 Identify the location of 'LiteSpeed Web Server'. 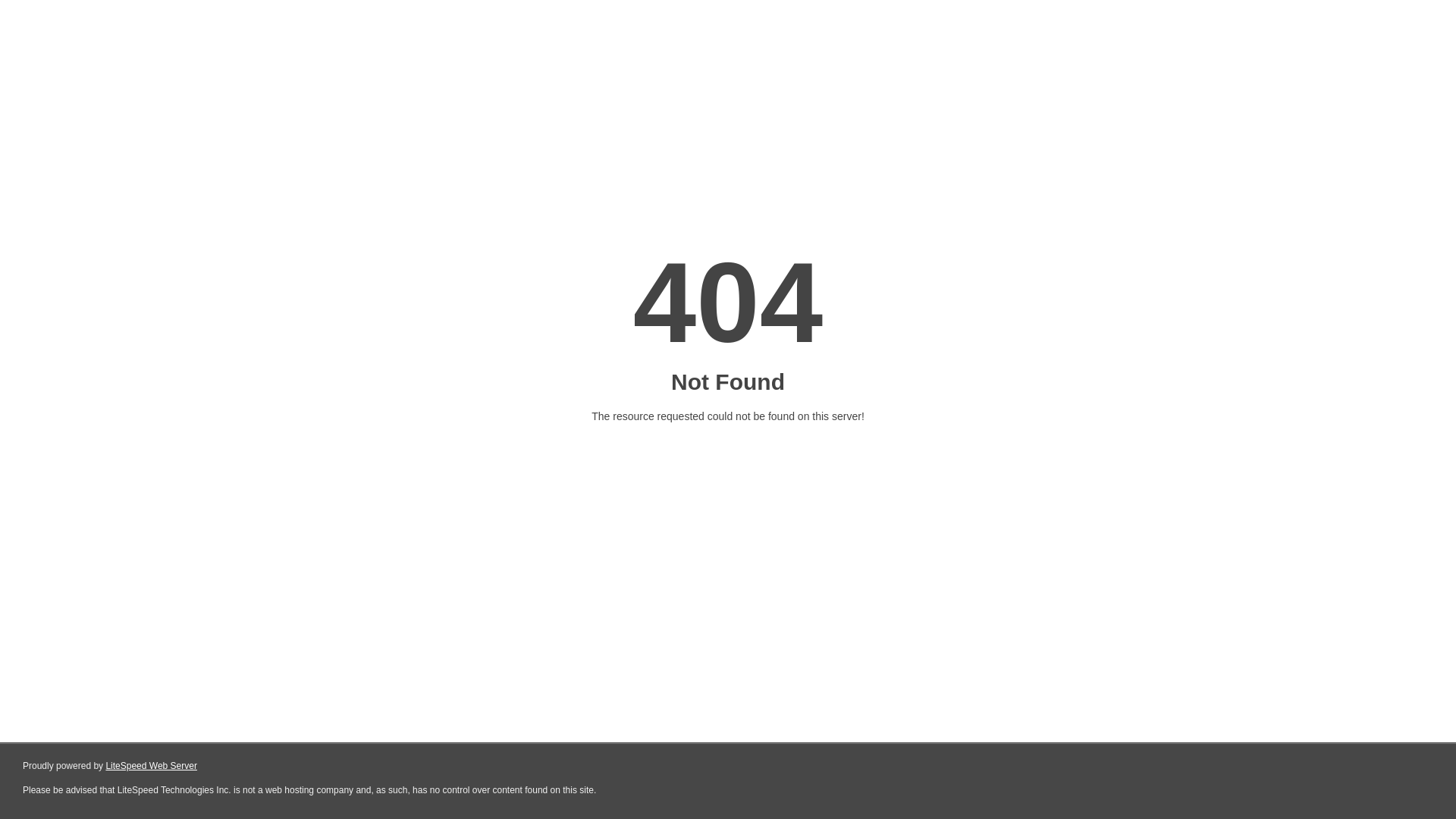
(151, 766).